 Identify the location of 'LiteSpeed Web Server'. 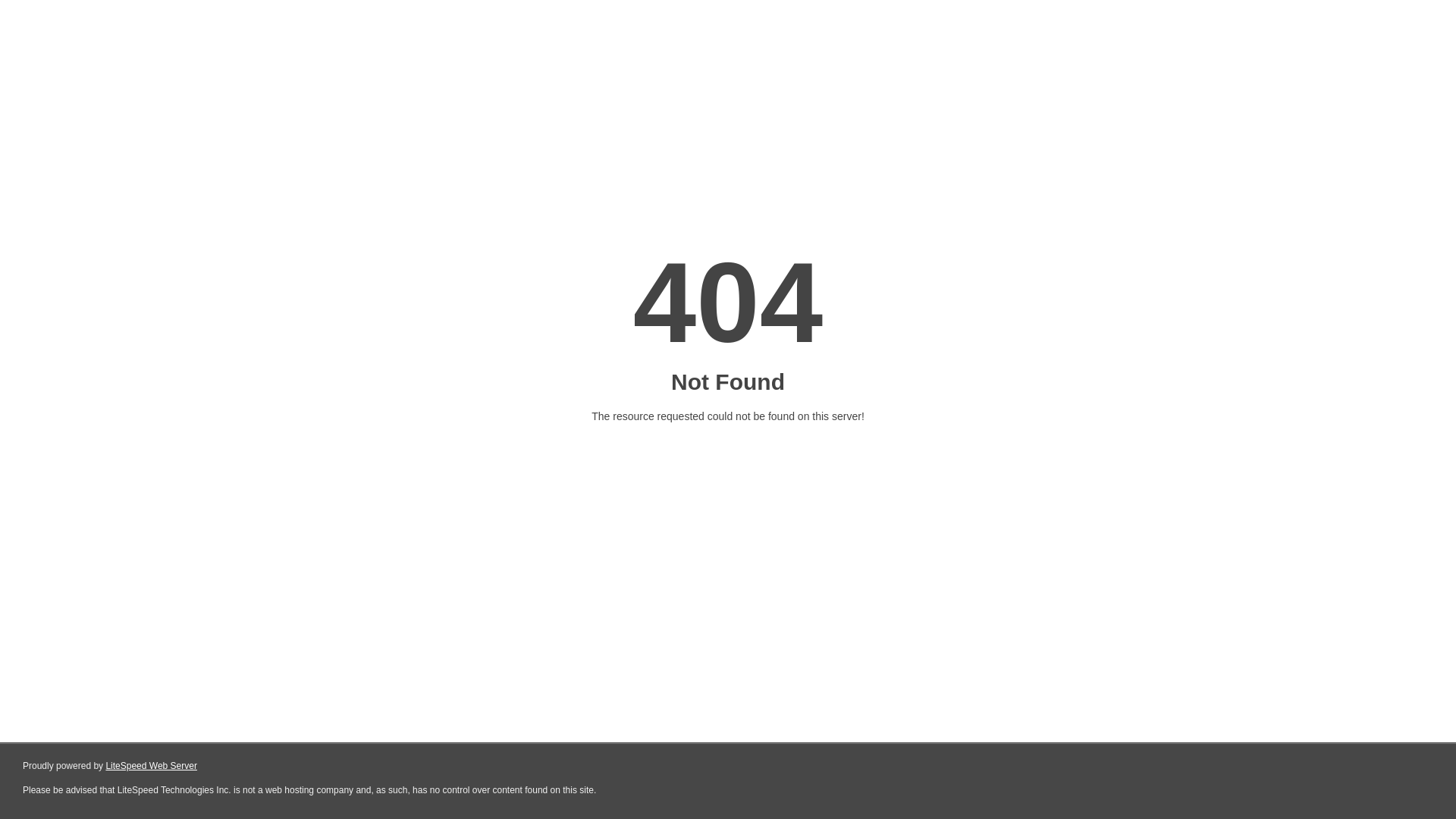
(151, 766).